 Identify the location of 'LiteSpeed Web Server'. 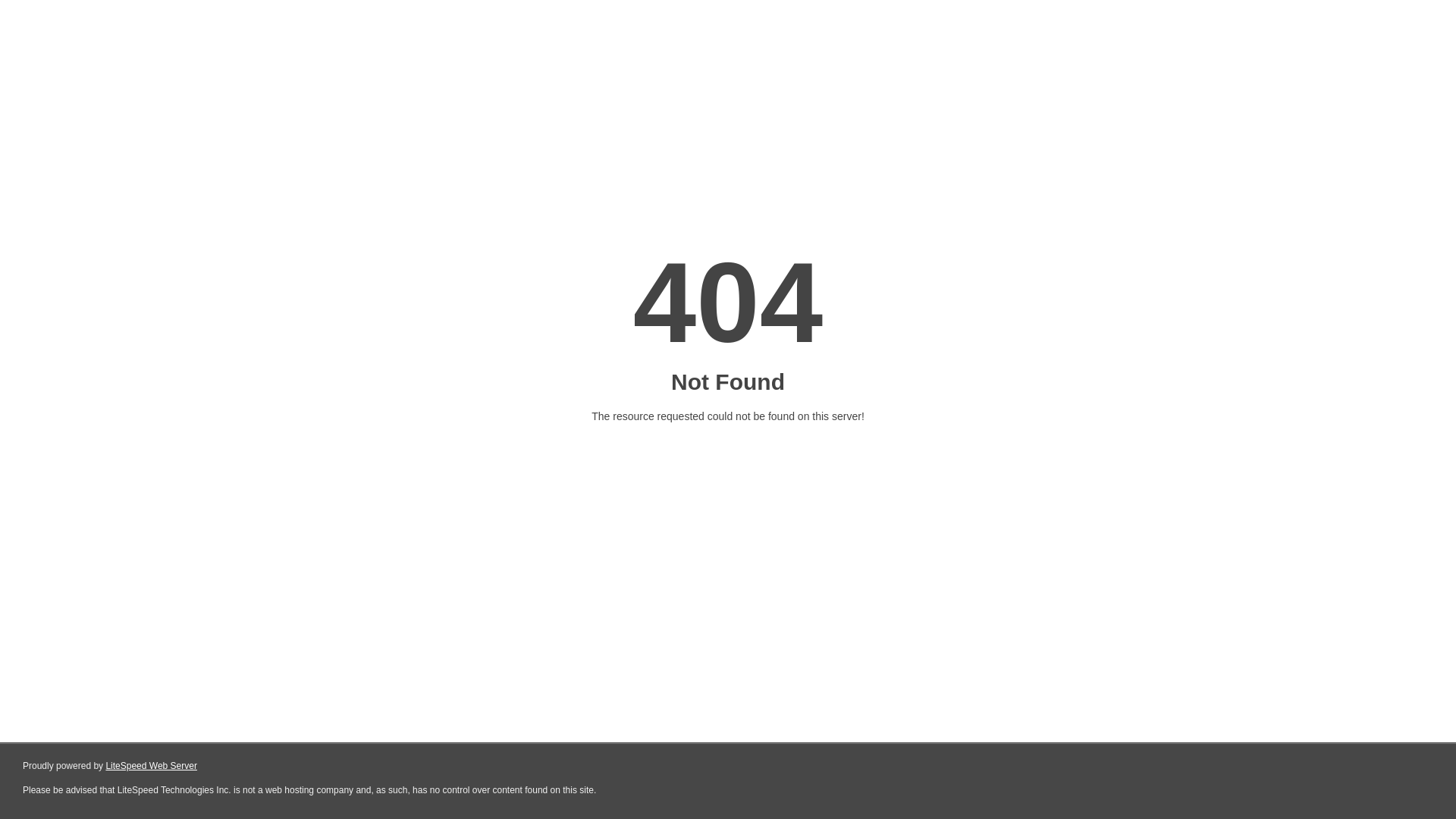
(151, 766).